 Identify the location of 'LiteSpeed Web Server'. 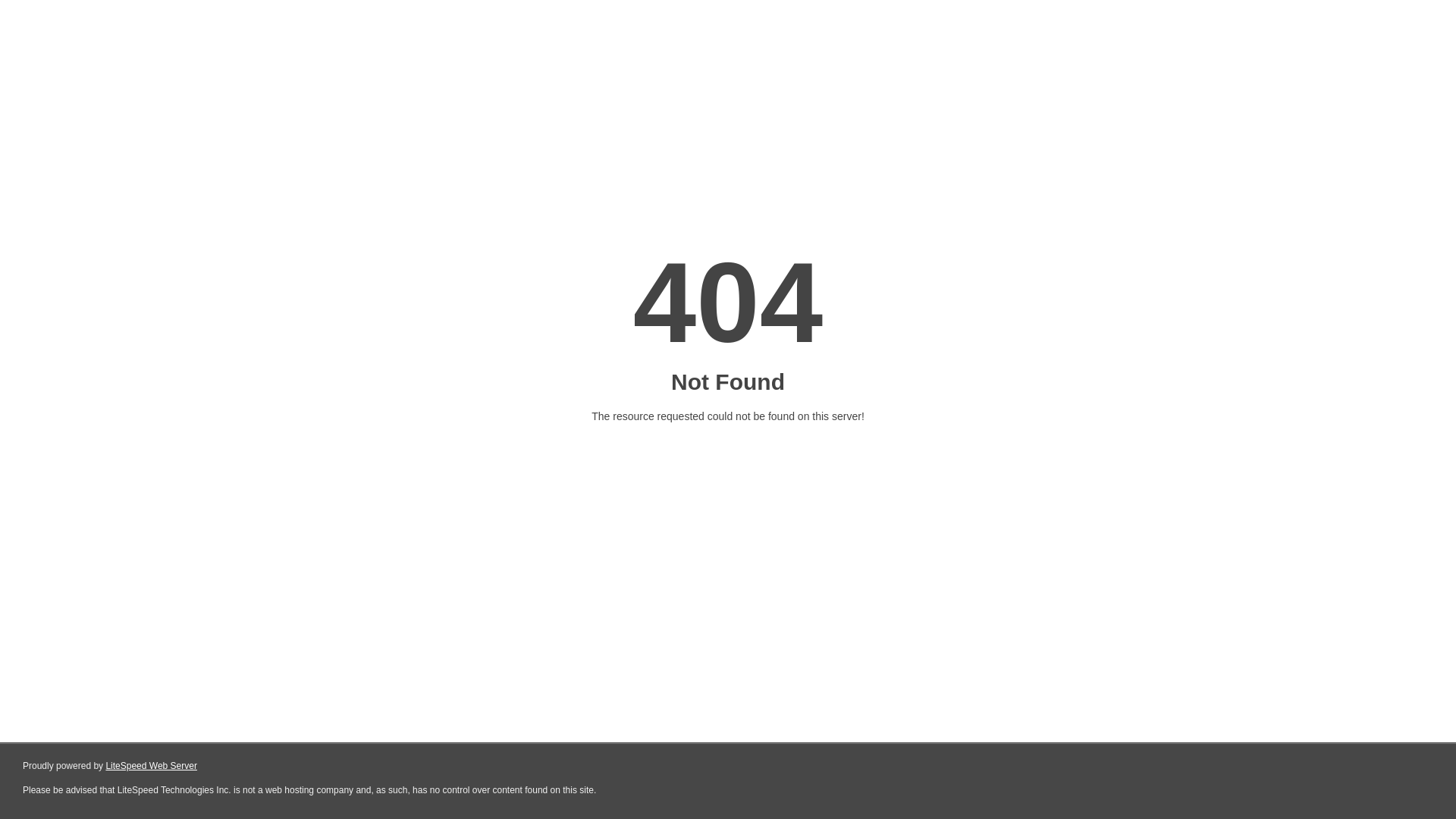
(151, 766).